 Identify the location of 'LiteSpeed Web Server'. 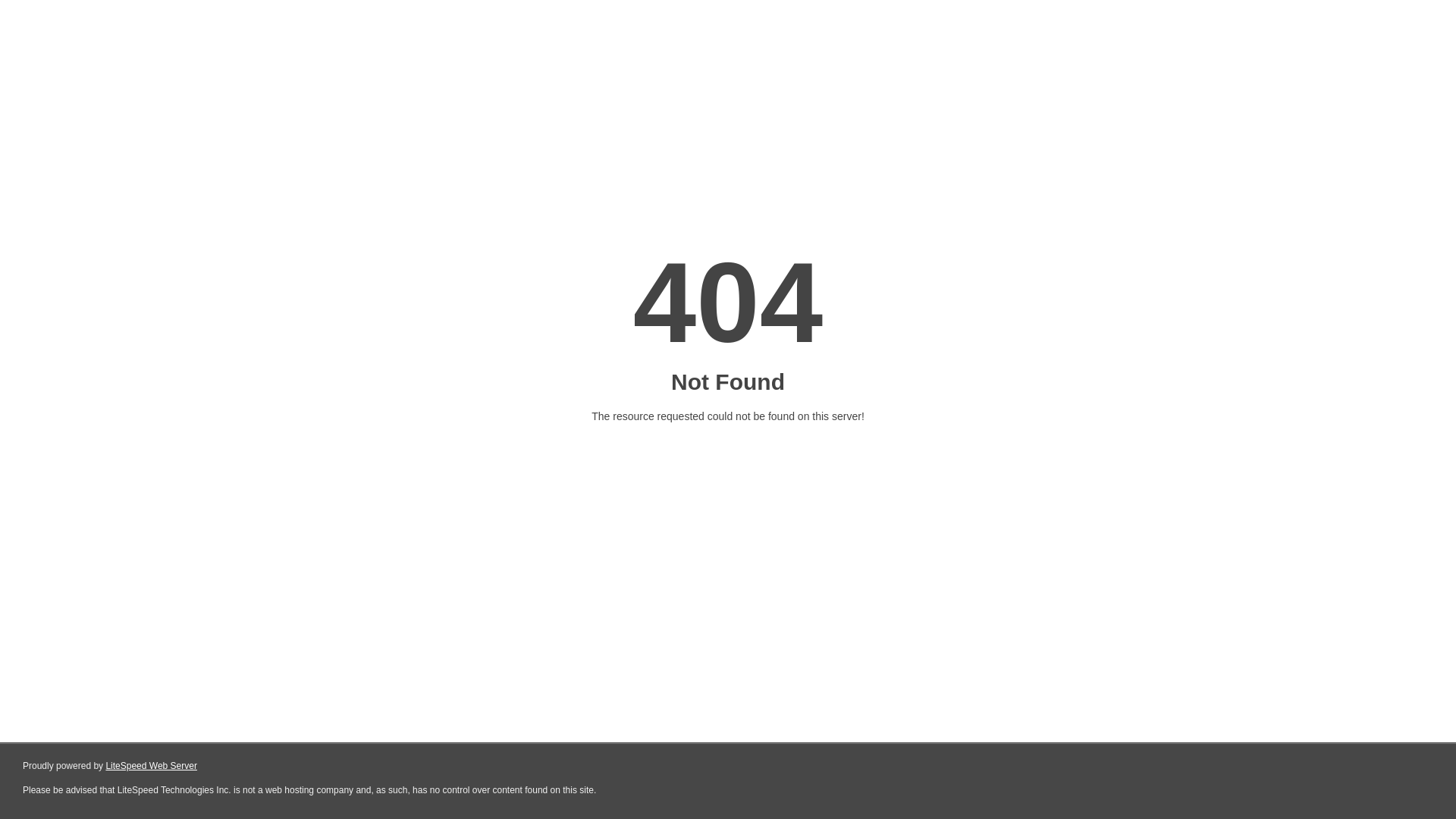
(151, 766).